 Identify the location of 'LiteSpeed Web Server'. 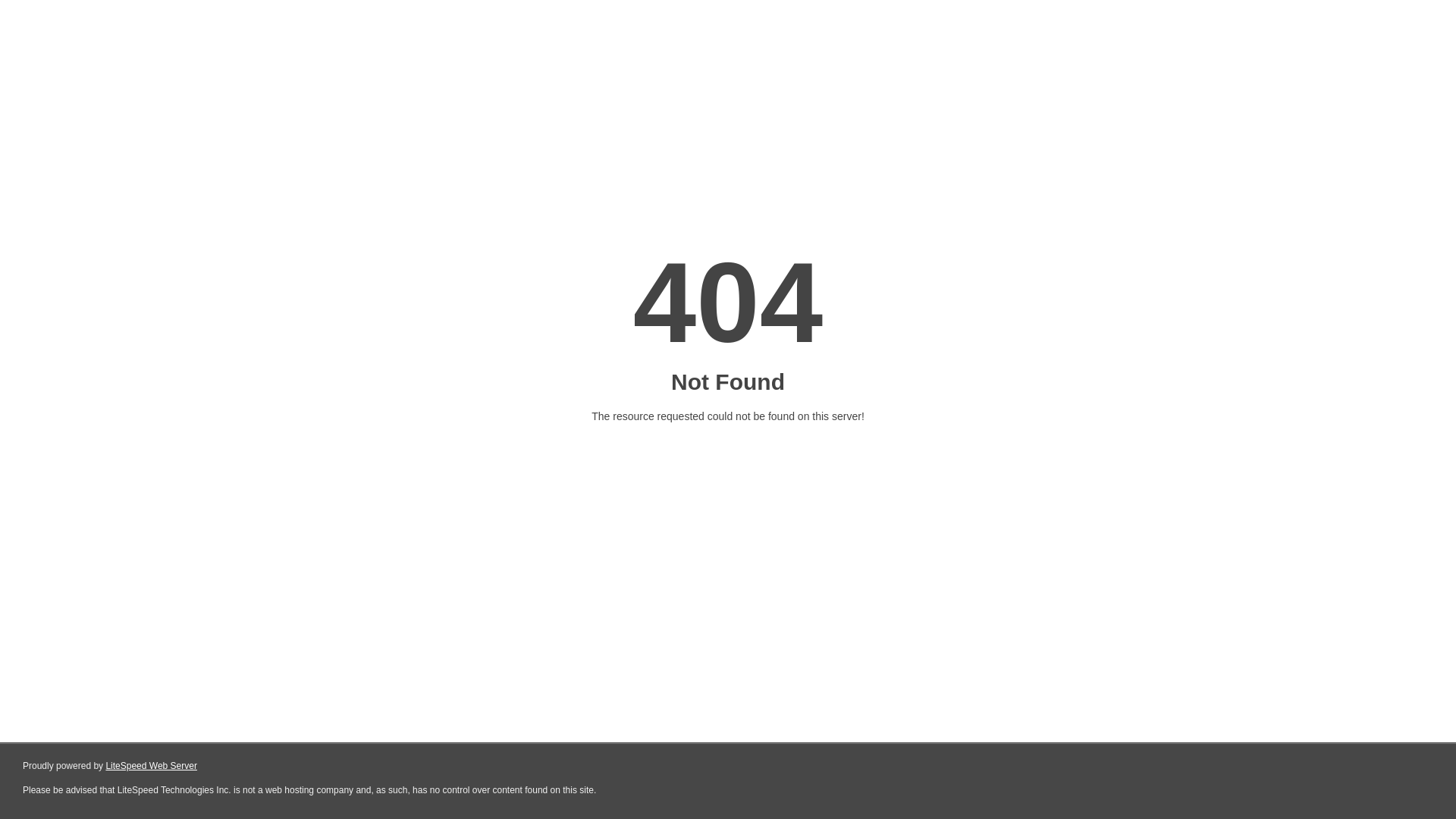
(151, 766).